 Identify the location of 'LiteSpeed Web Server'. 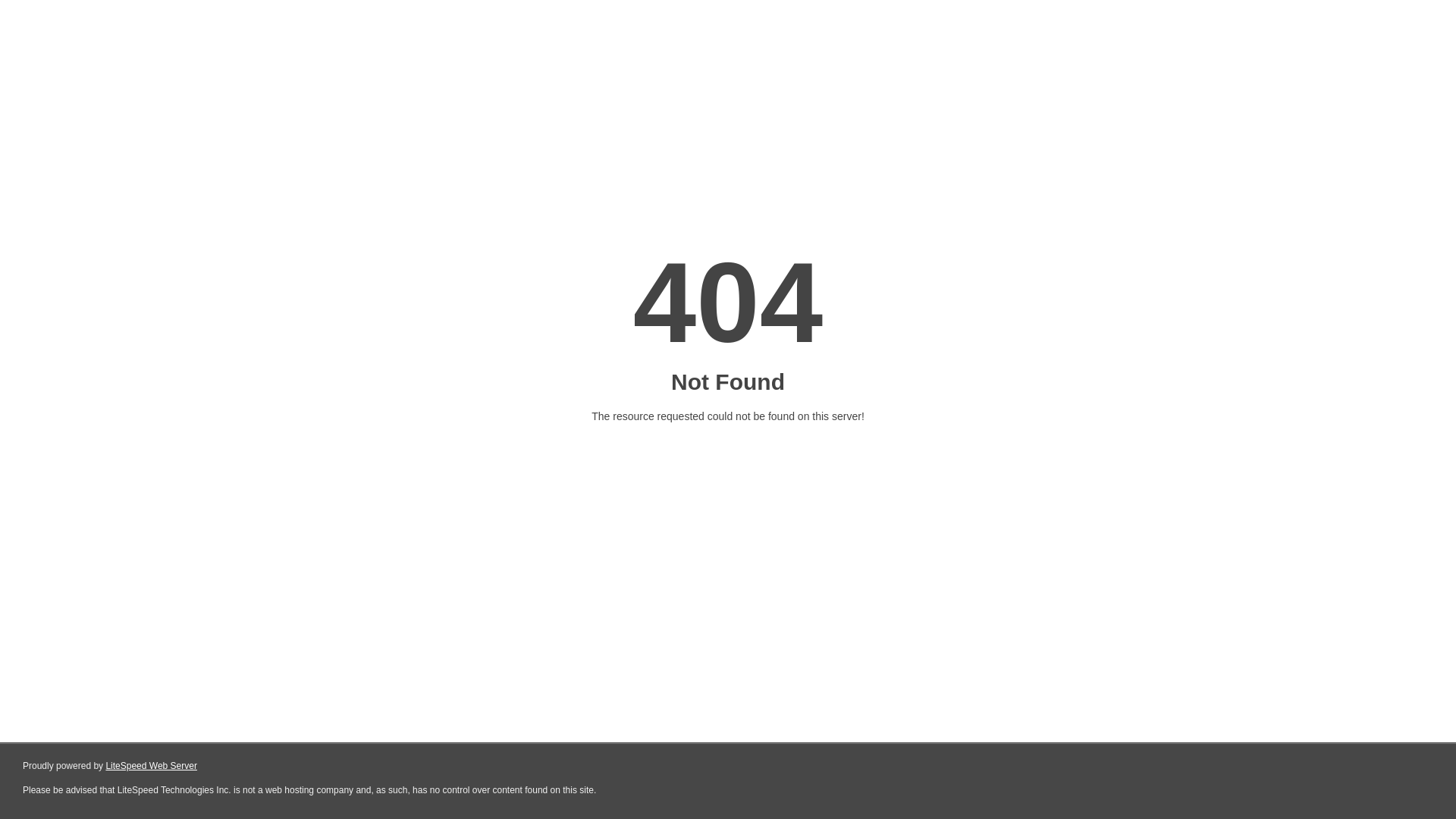
(151, 766).